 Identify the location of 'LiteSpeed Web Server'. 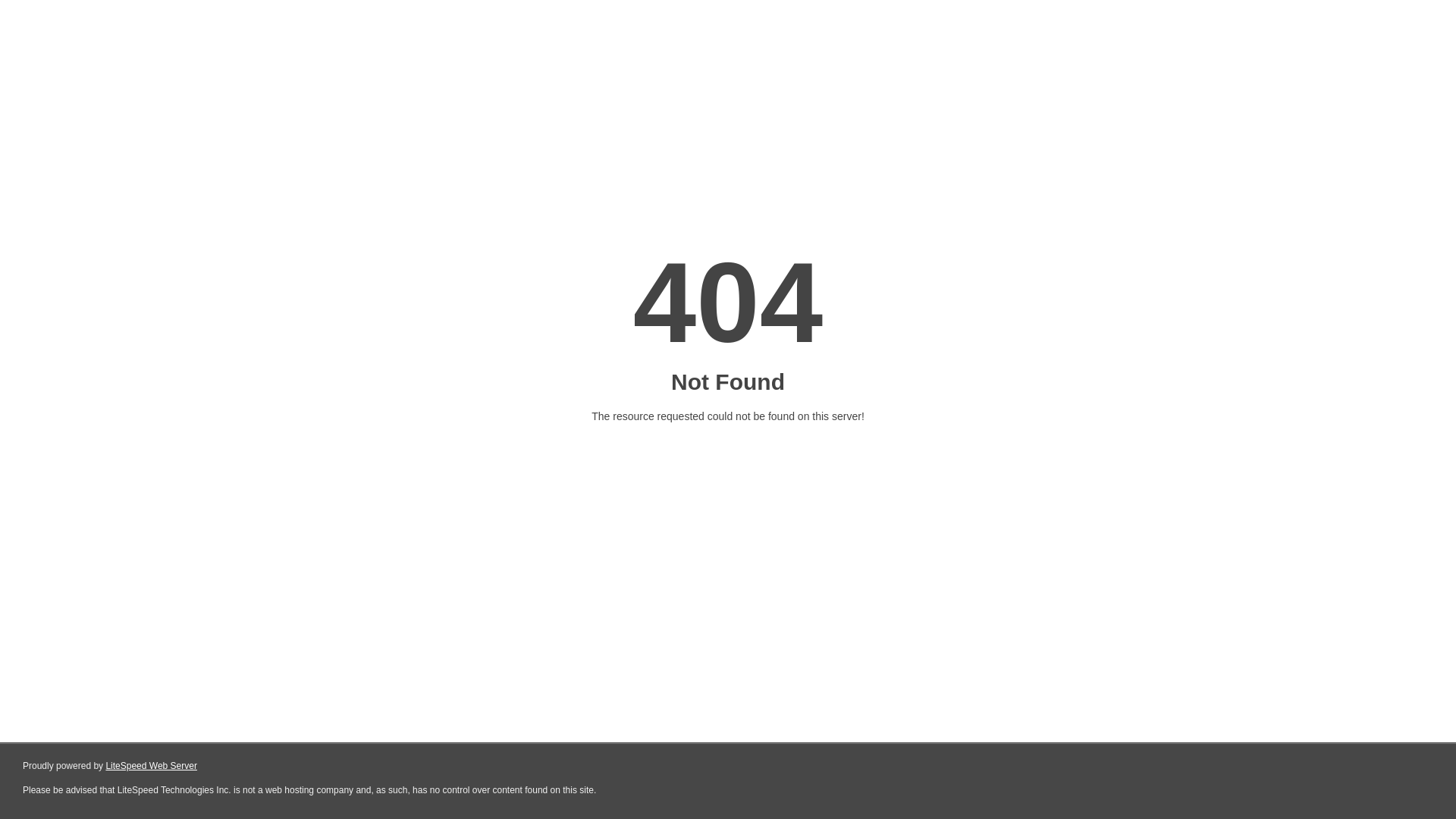
(151, 766).